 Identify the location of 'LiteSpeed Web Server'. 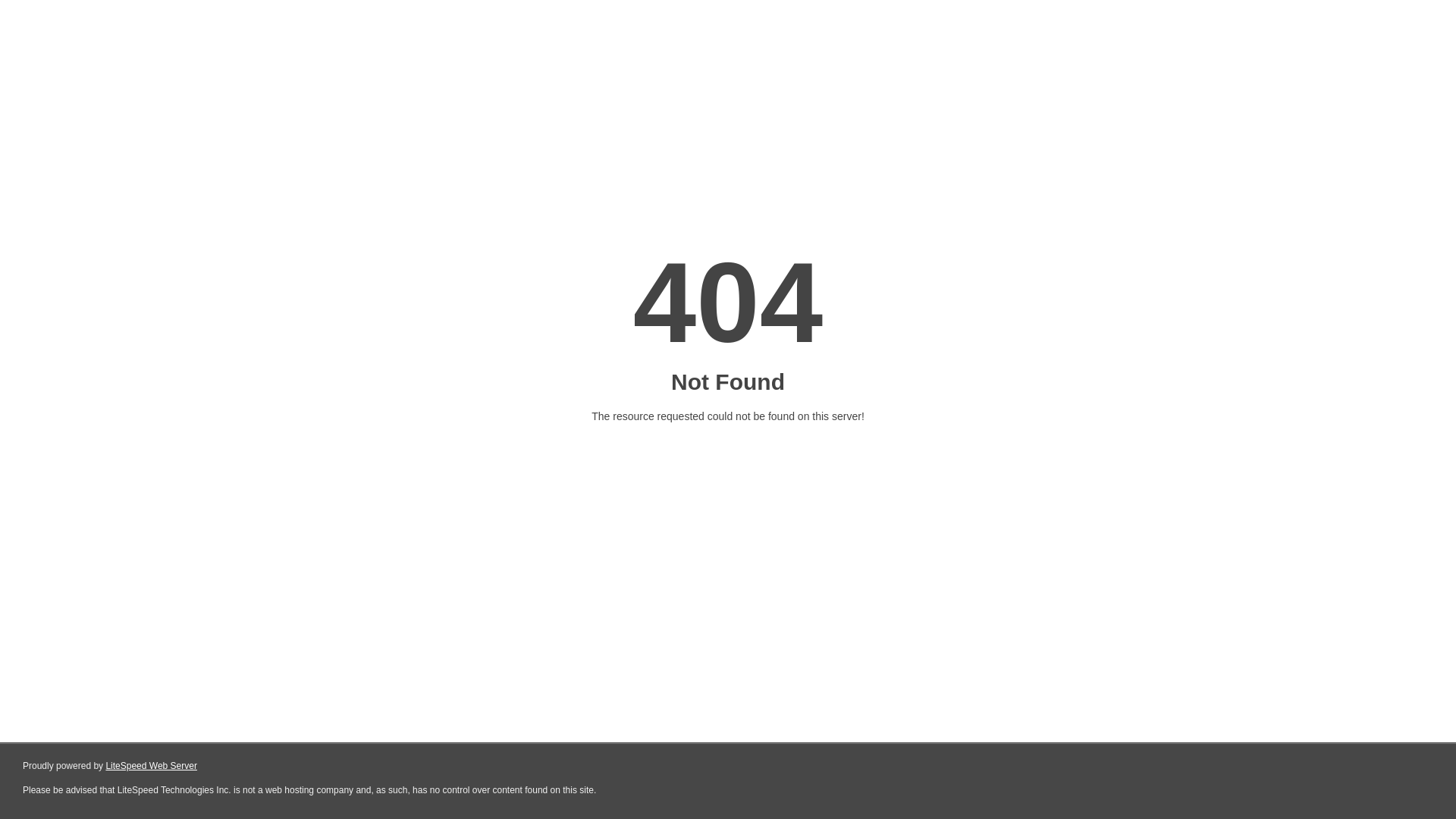
(151, 766).